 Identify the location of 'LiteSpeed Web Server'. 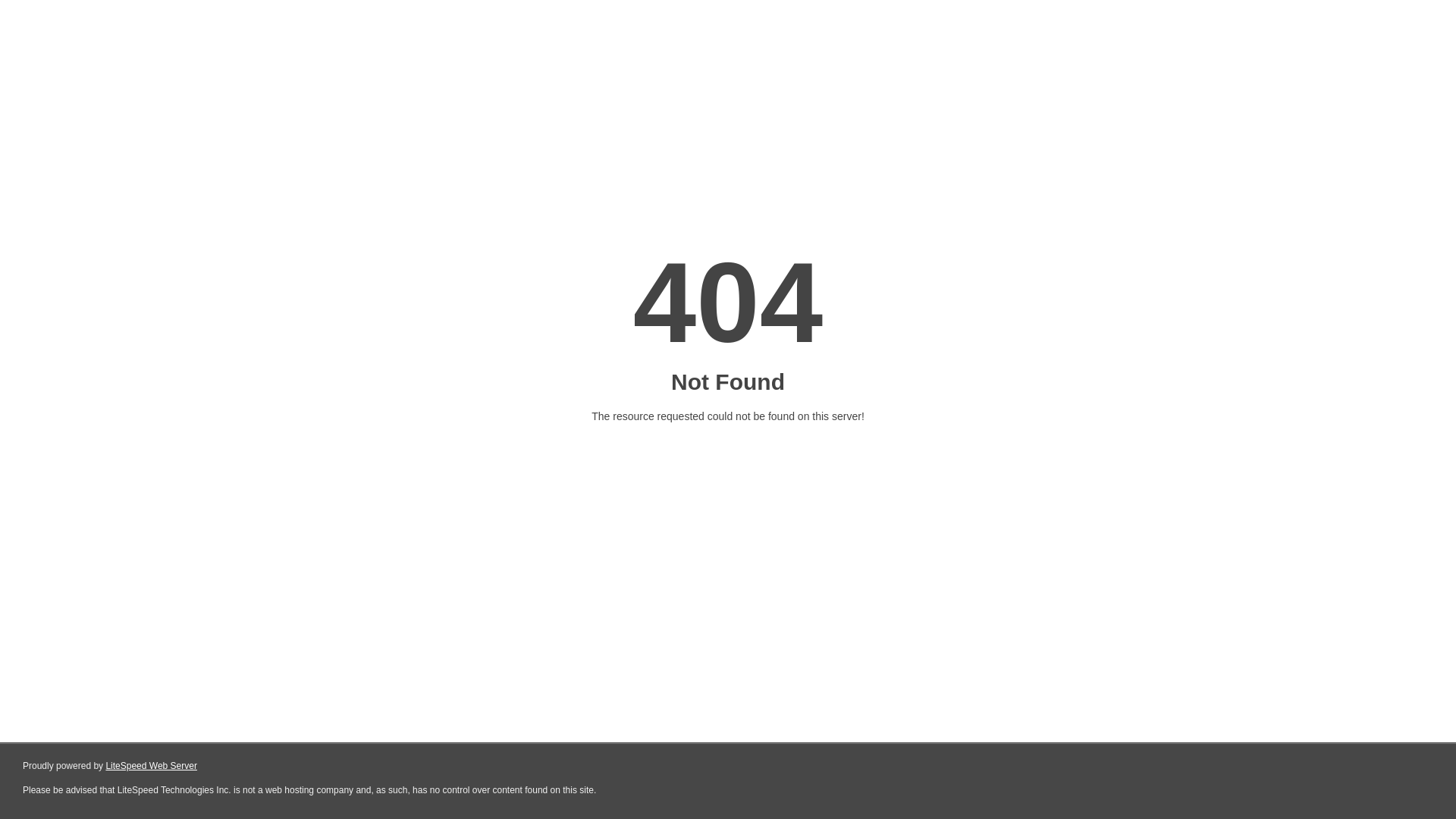
(151, 766).